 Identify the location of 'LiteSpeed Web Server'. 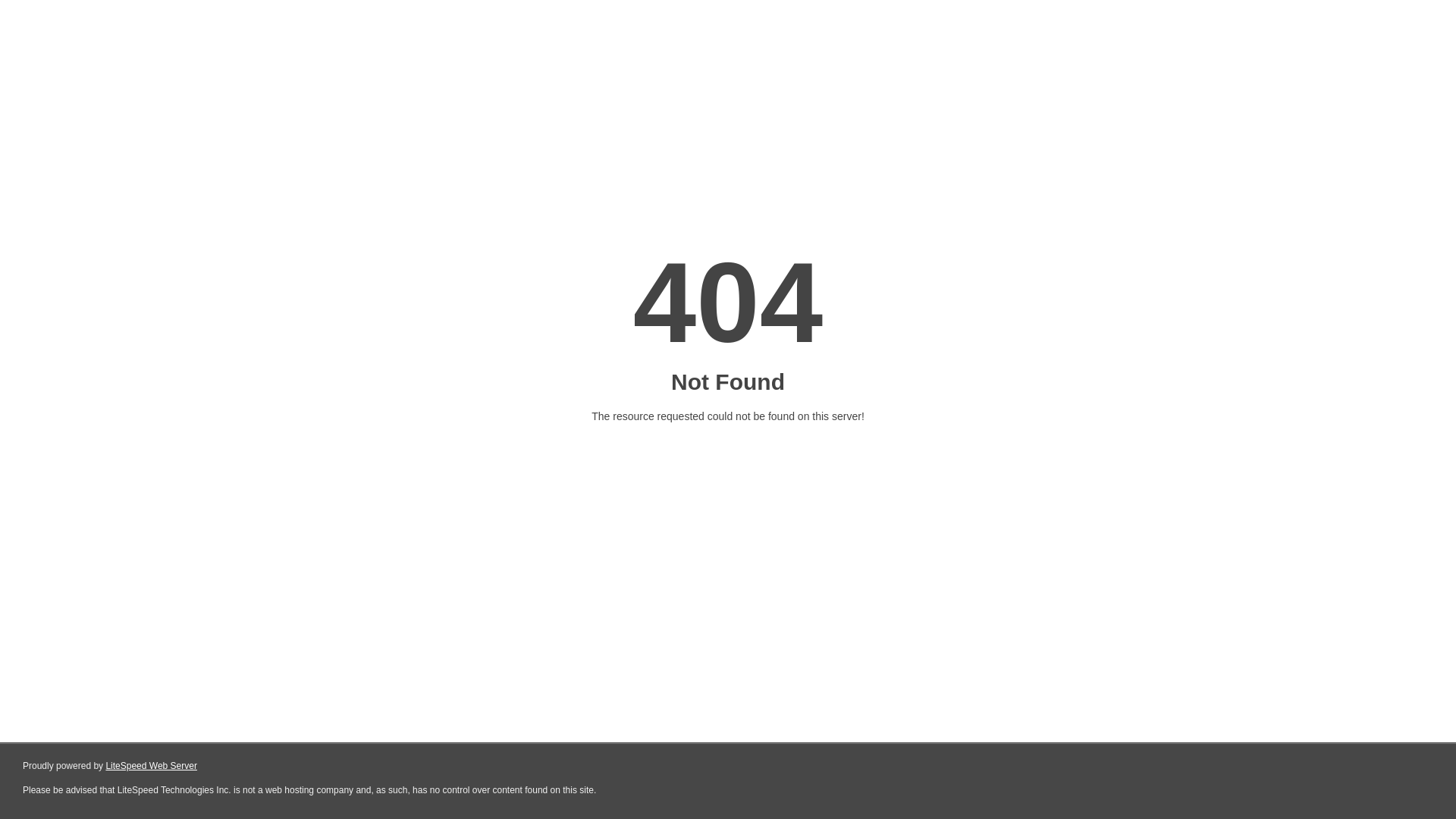
(151, 766).